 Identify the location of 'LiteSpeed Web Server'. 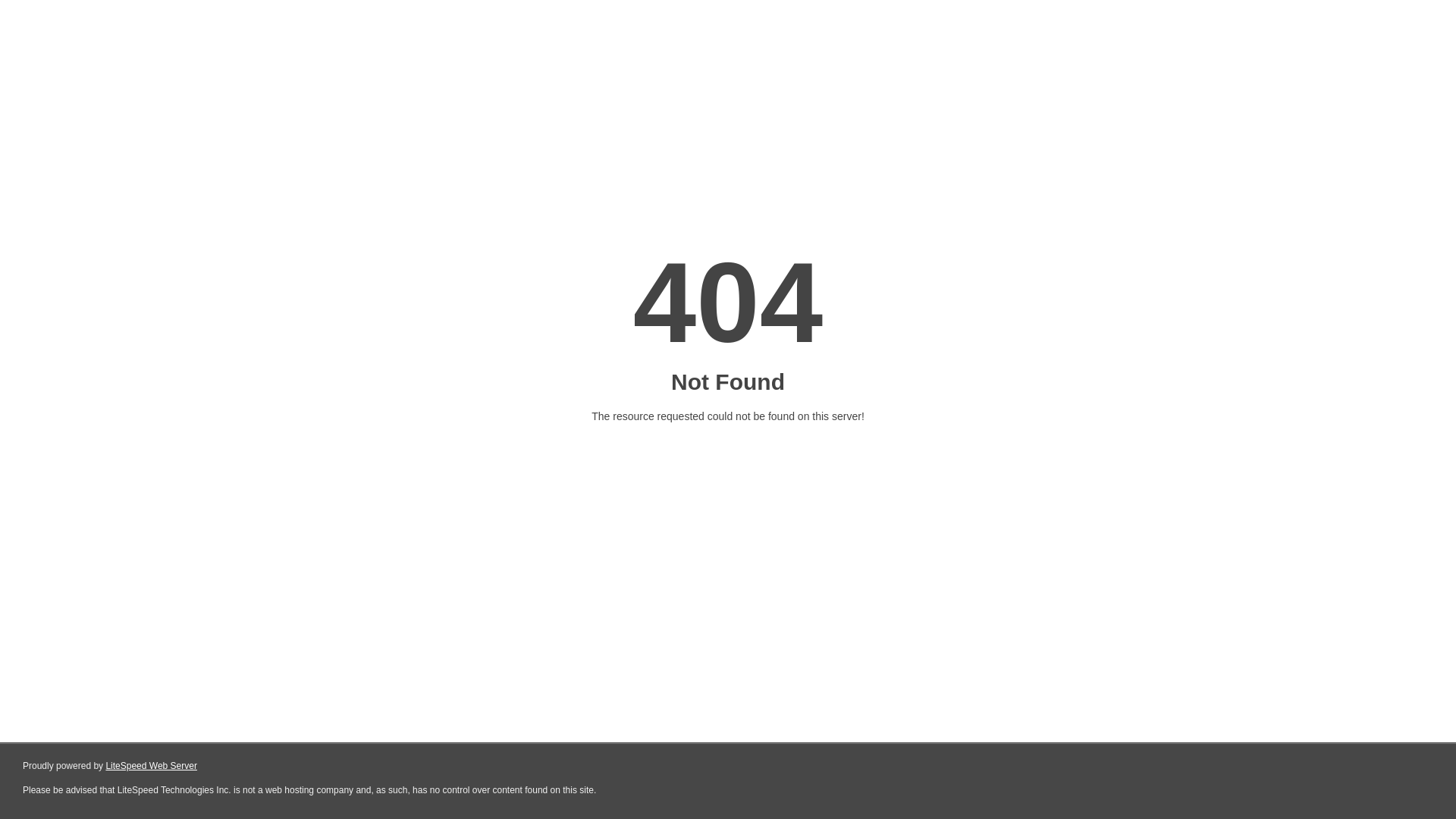
(151, 766).